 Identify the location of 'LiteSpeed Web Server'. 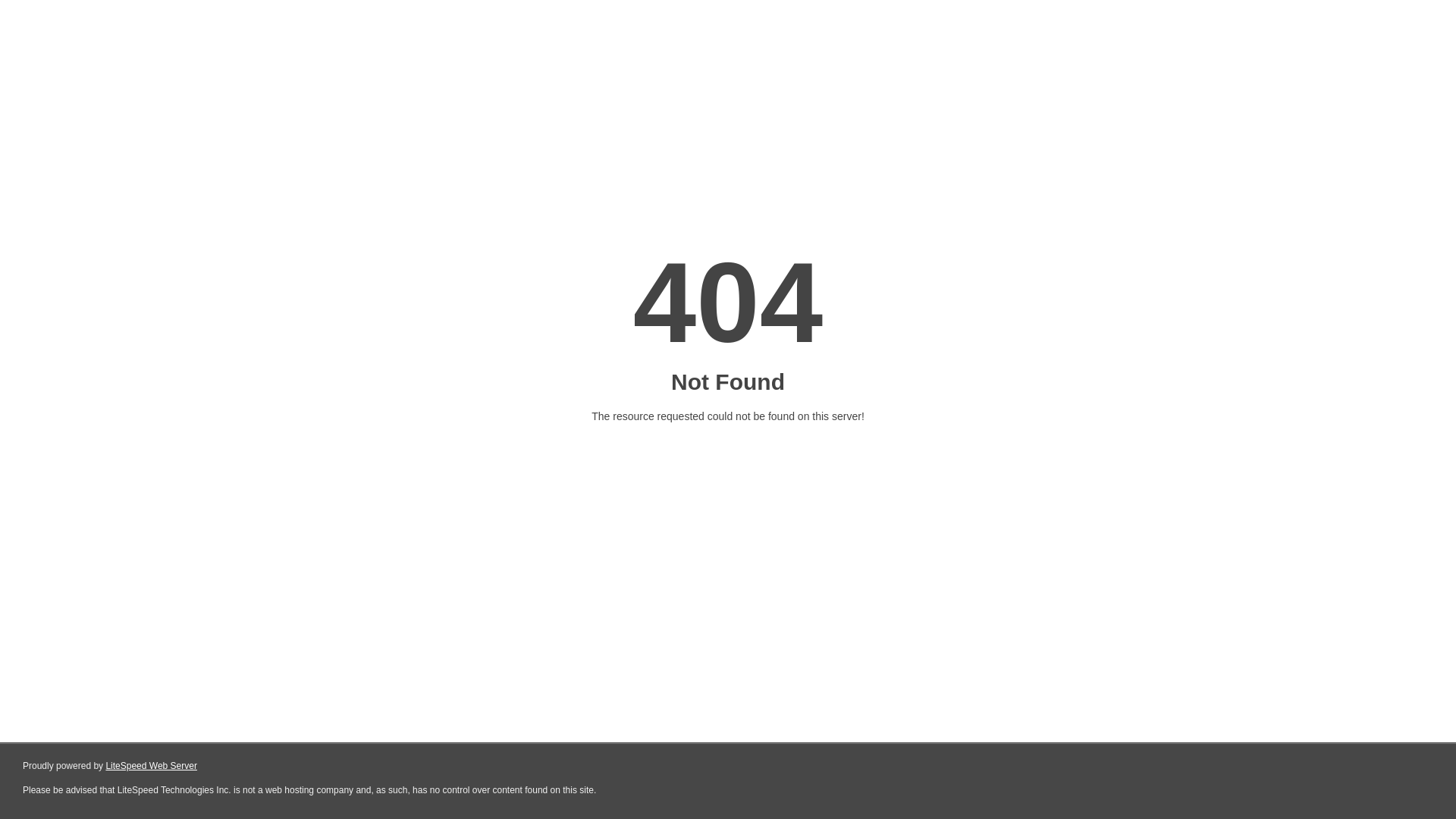
(151, 766).